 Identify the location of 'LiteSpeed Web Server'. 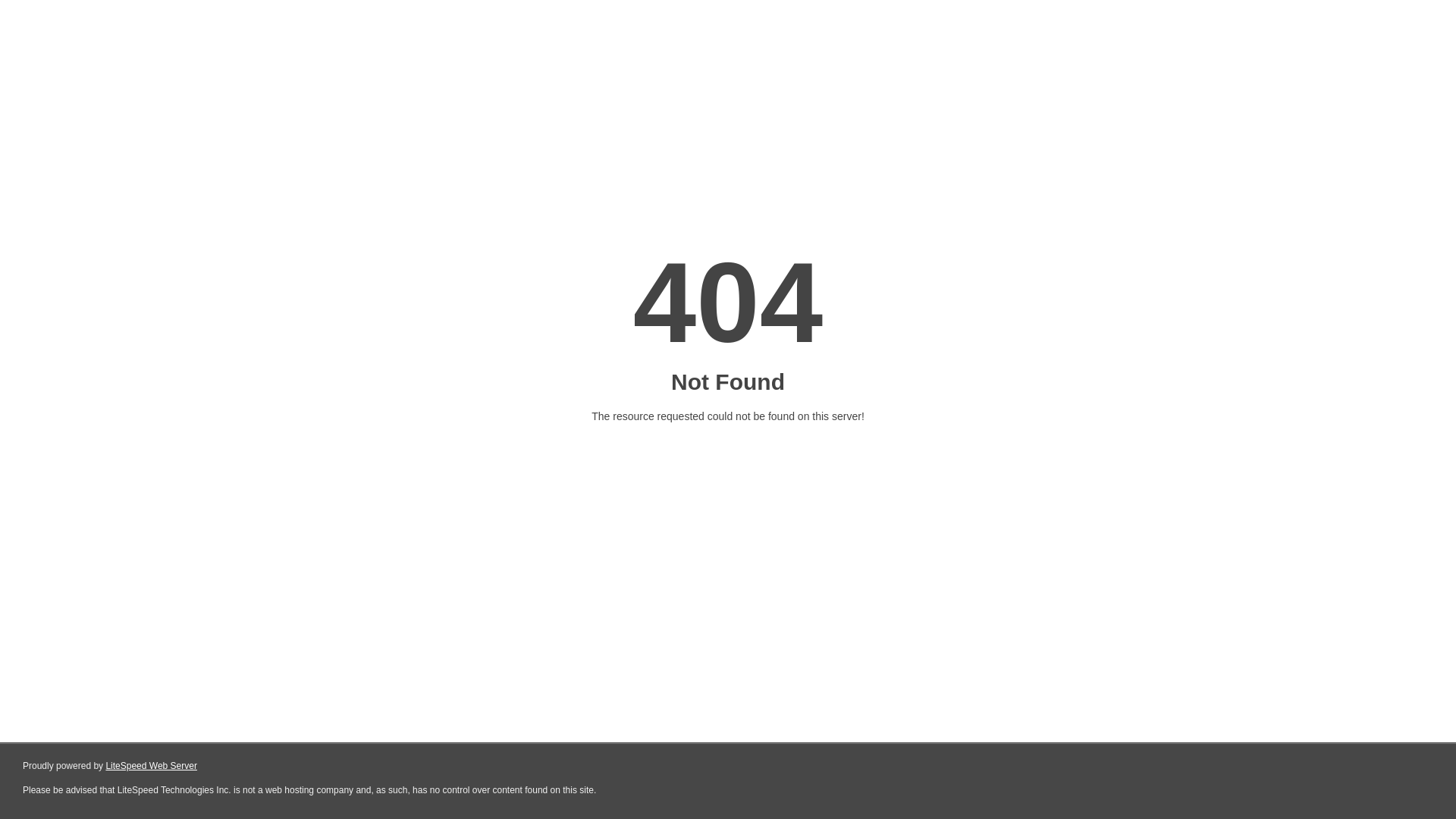
(151, 766).